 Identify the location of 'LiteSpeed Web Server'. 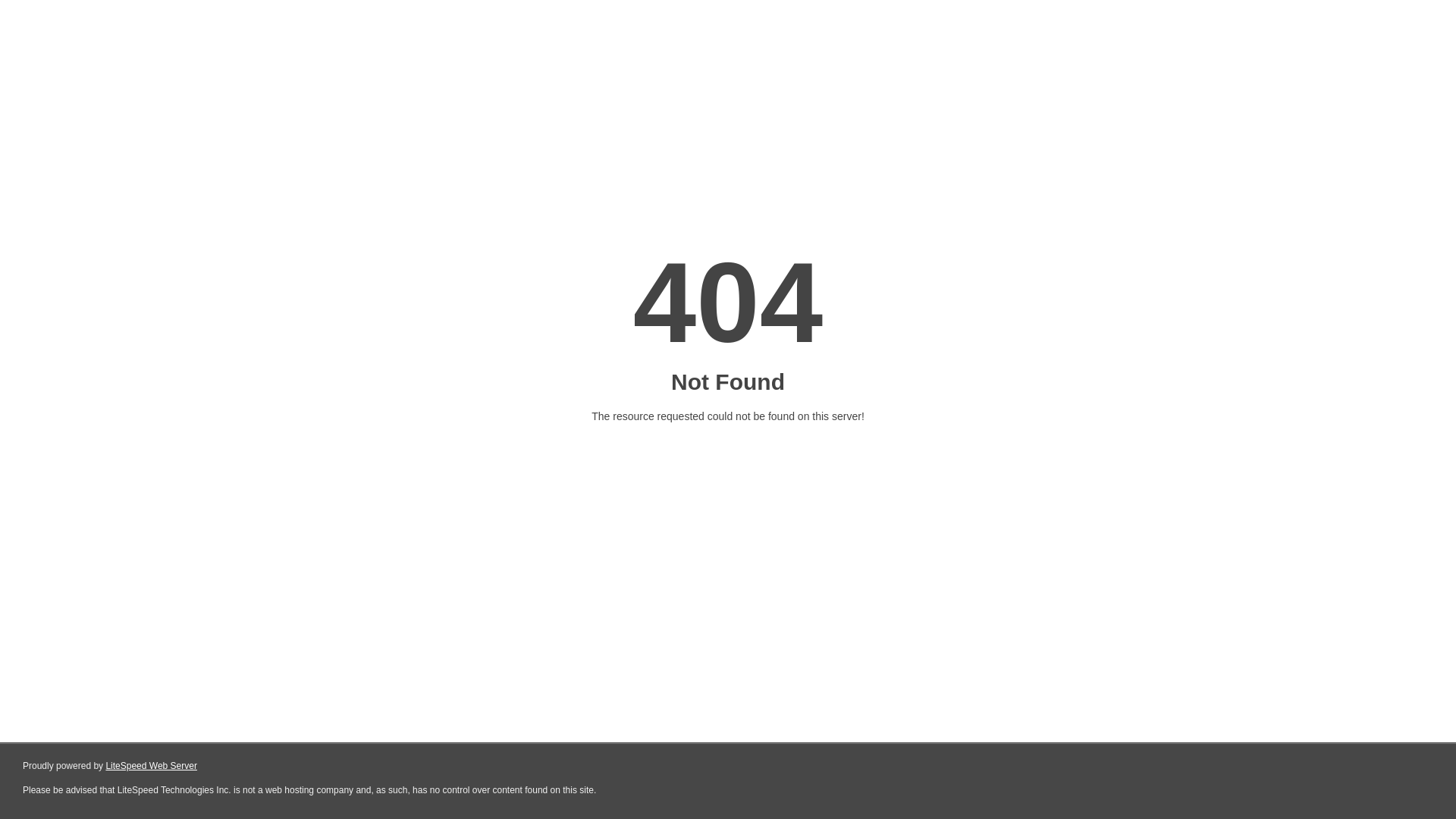
(151, 766).